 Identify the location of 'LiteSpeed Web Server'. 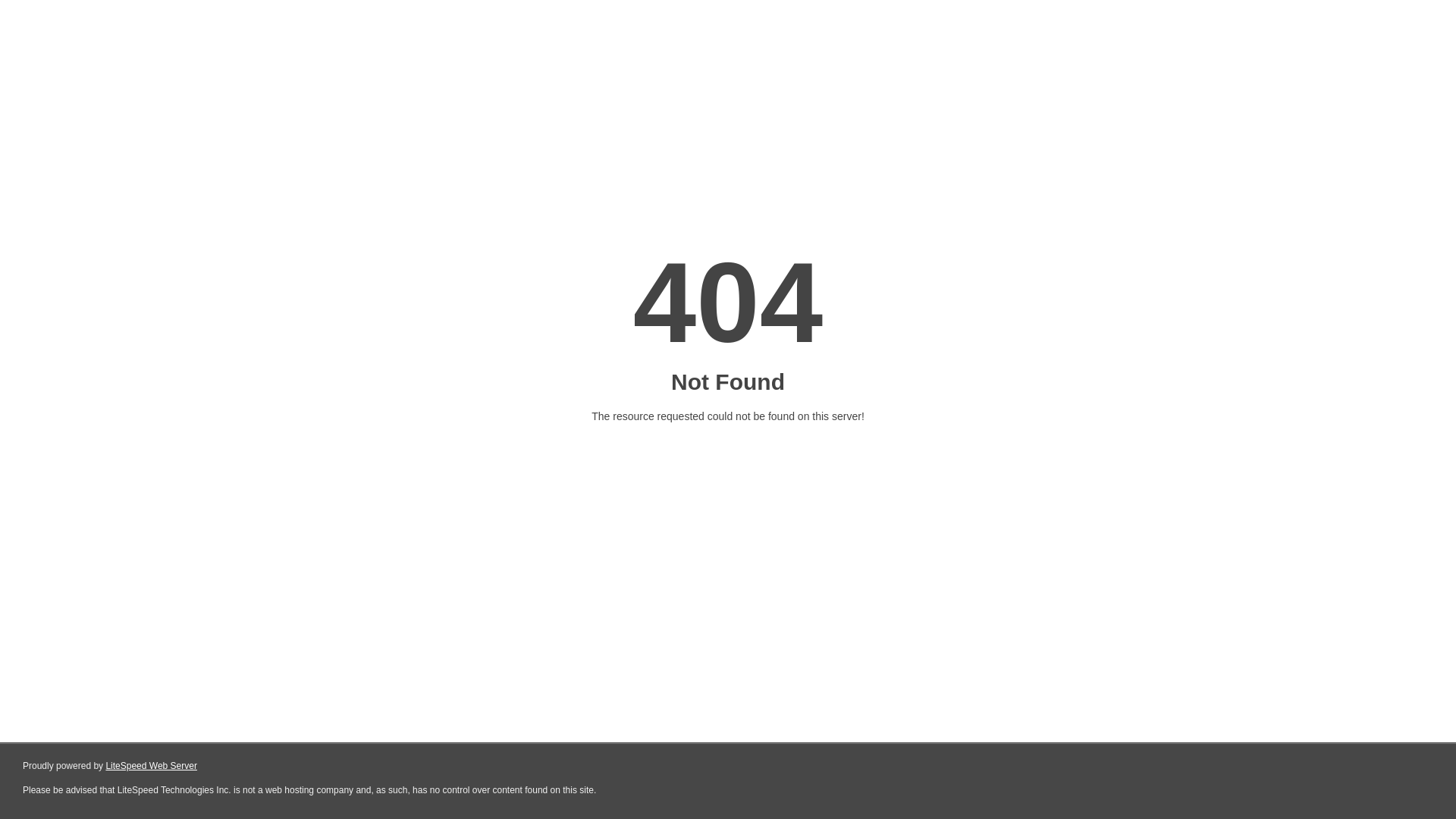
(151, 766).